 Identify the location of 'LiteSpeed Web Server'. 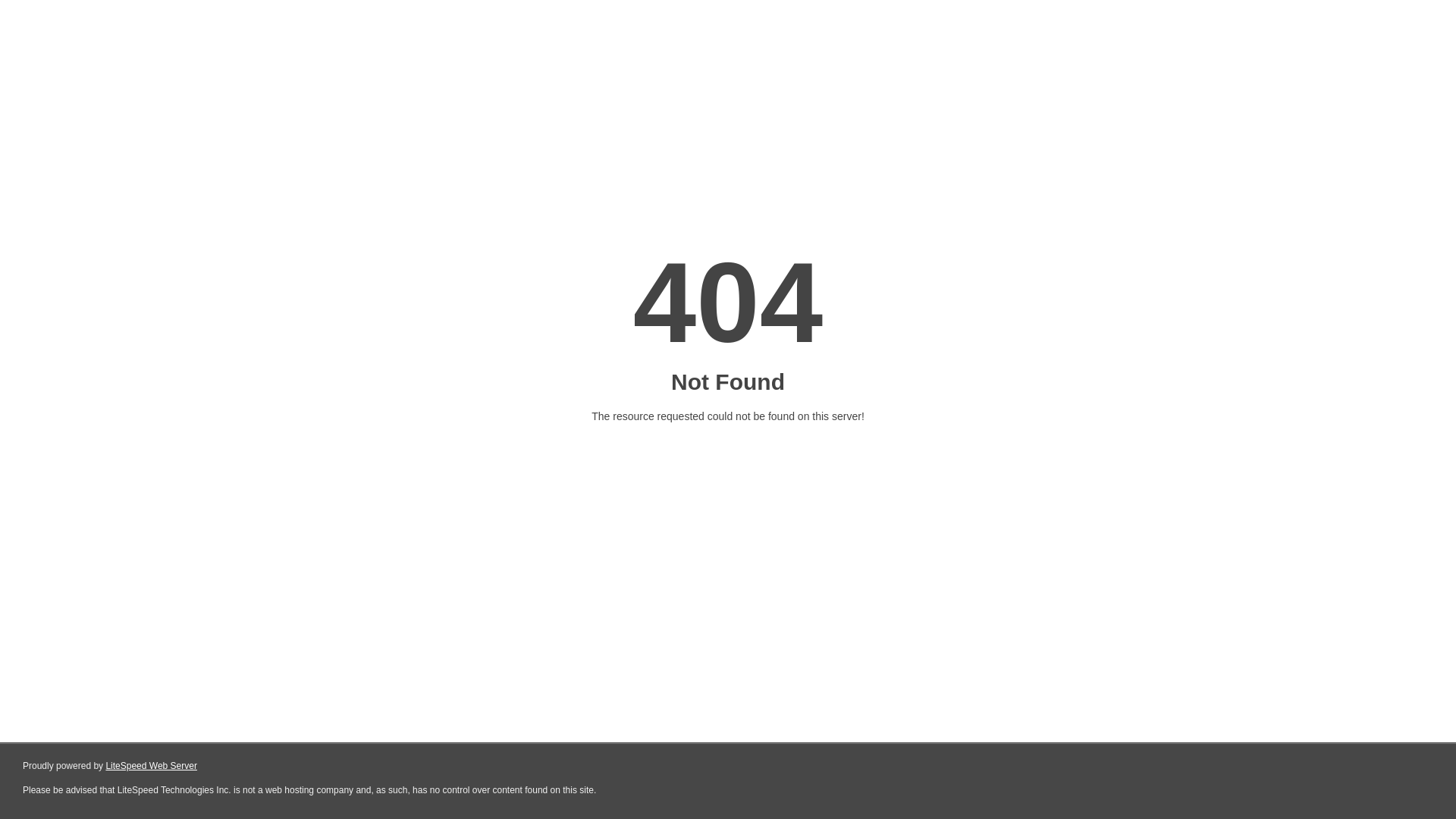
(151, 766).